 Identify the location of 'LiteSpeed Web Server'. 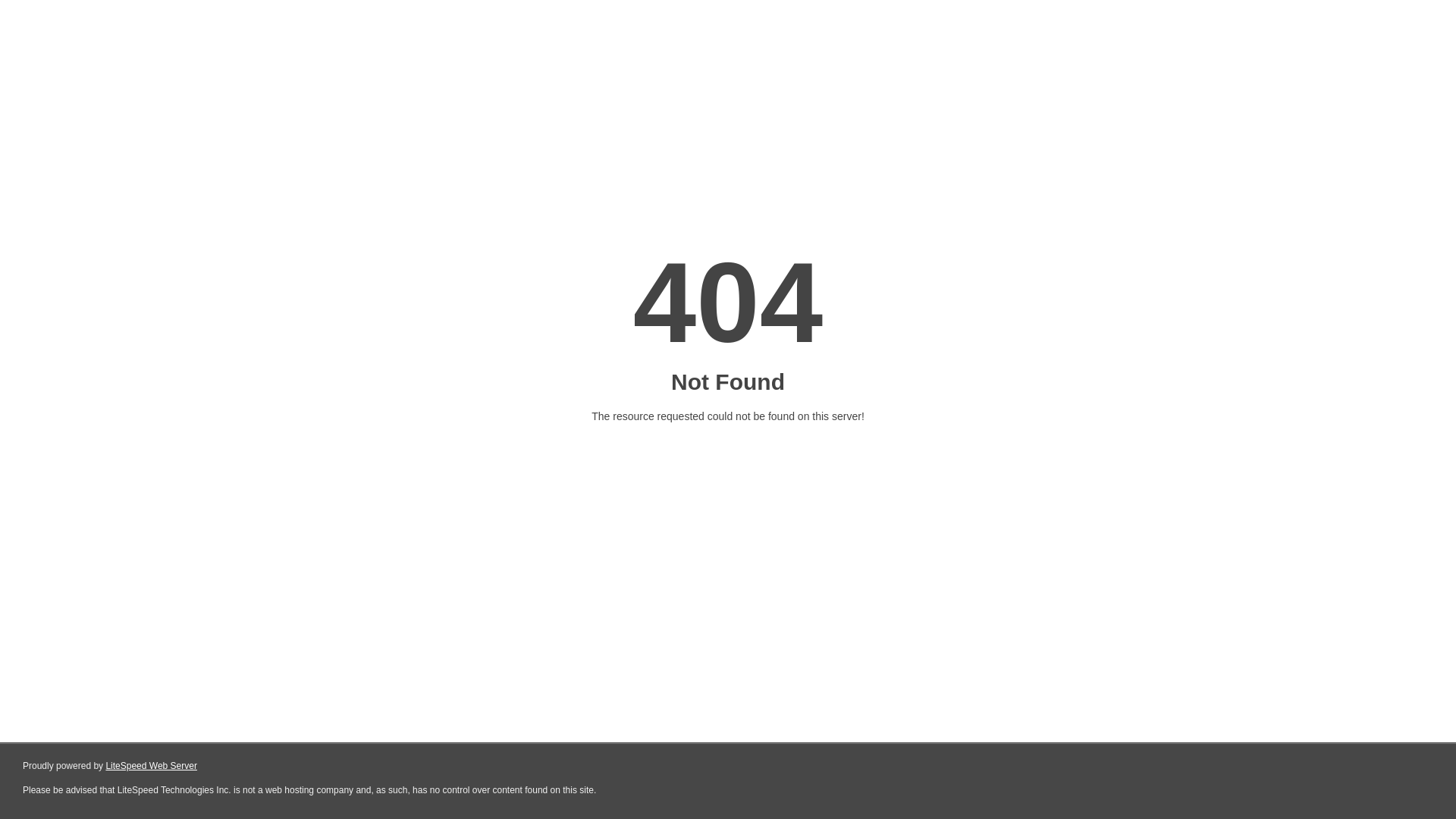
(151, 766).